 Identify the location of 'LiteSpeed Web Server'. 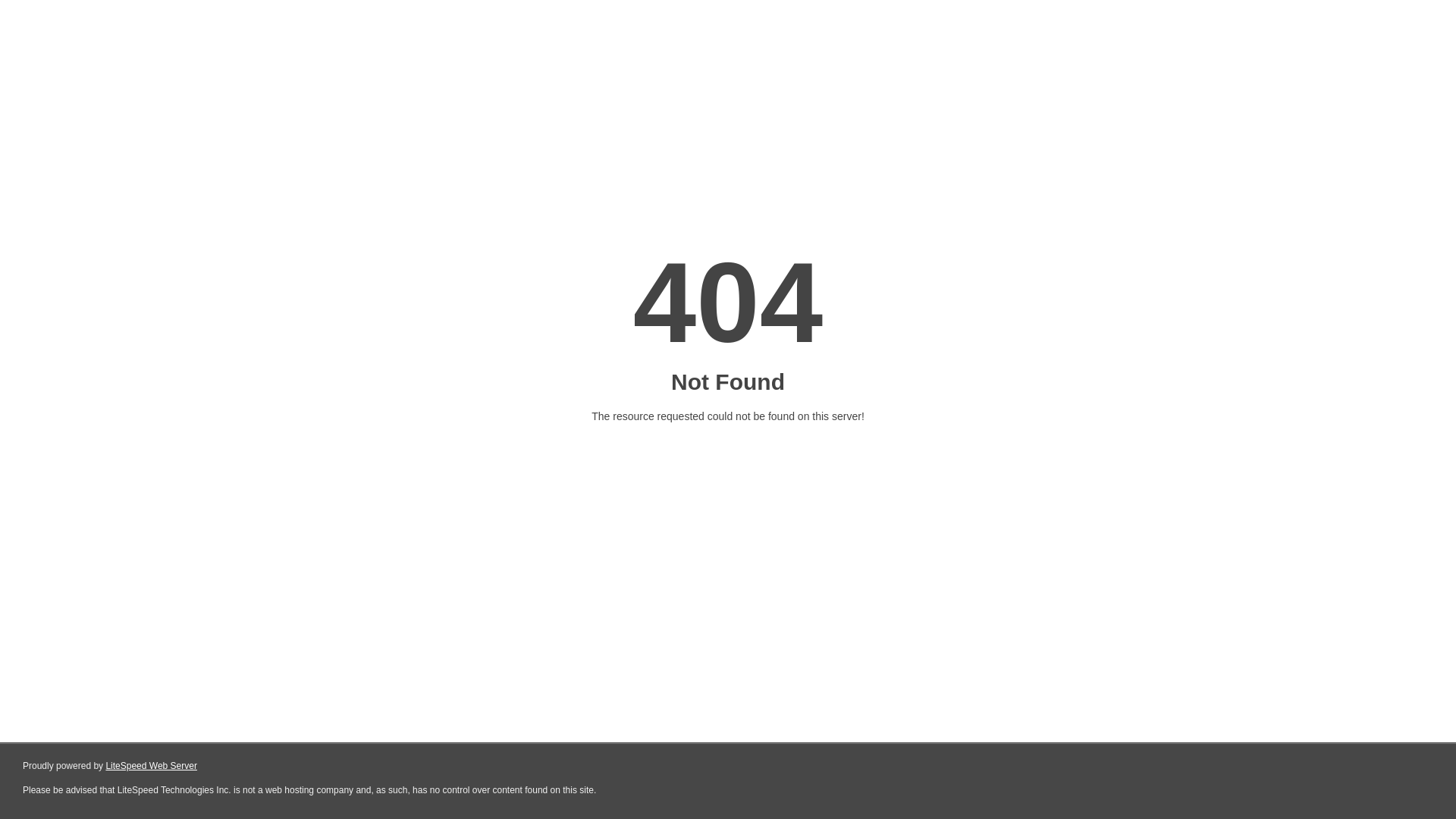
(151, 766).